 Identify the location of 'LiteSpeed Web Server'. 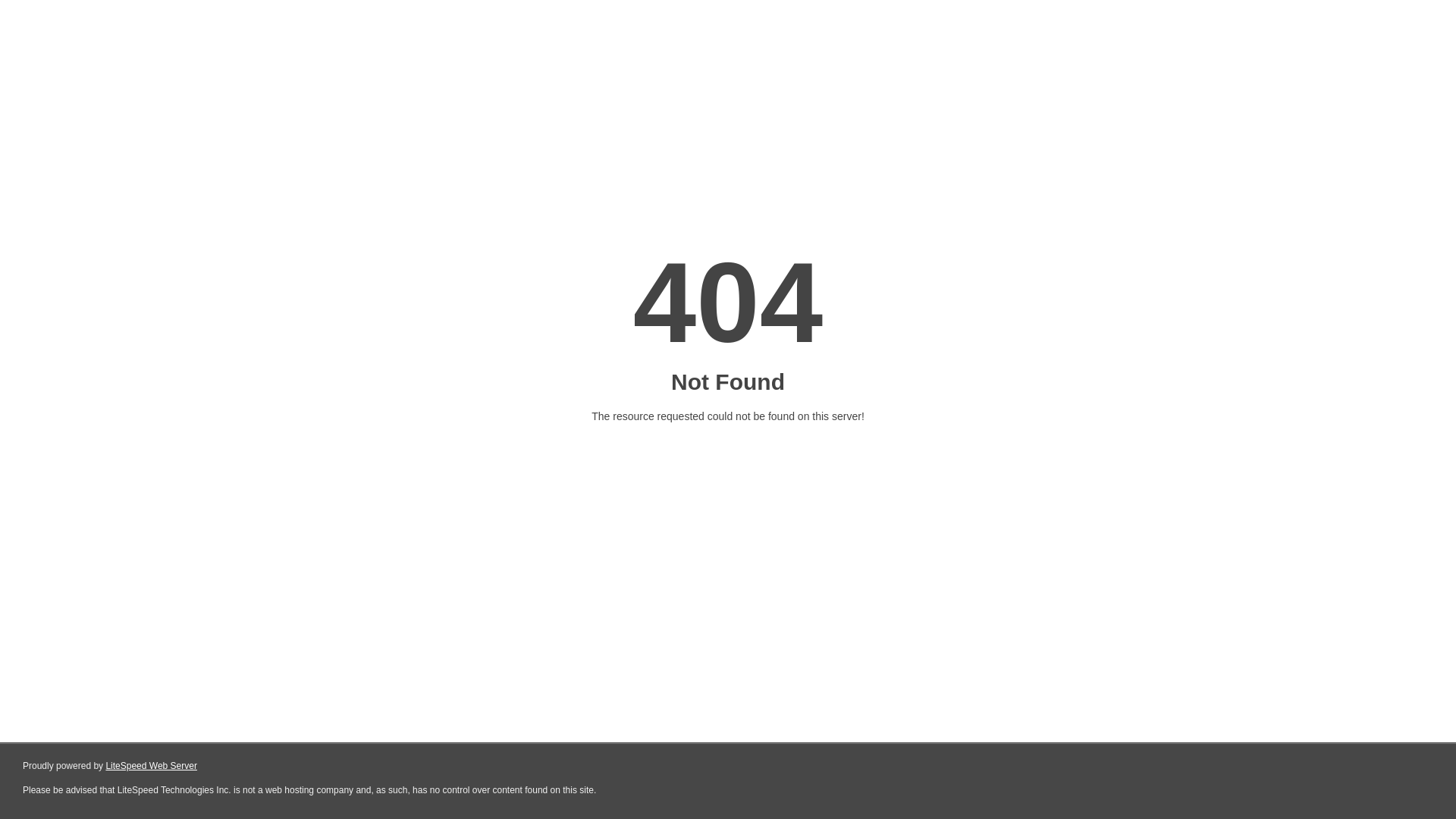
(151, 766).